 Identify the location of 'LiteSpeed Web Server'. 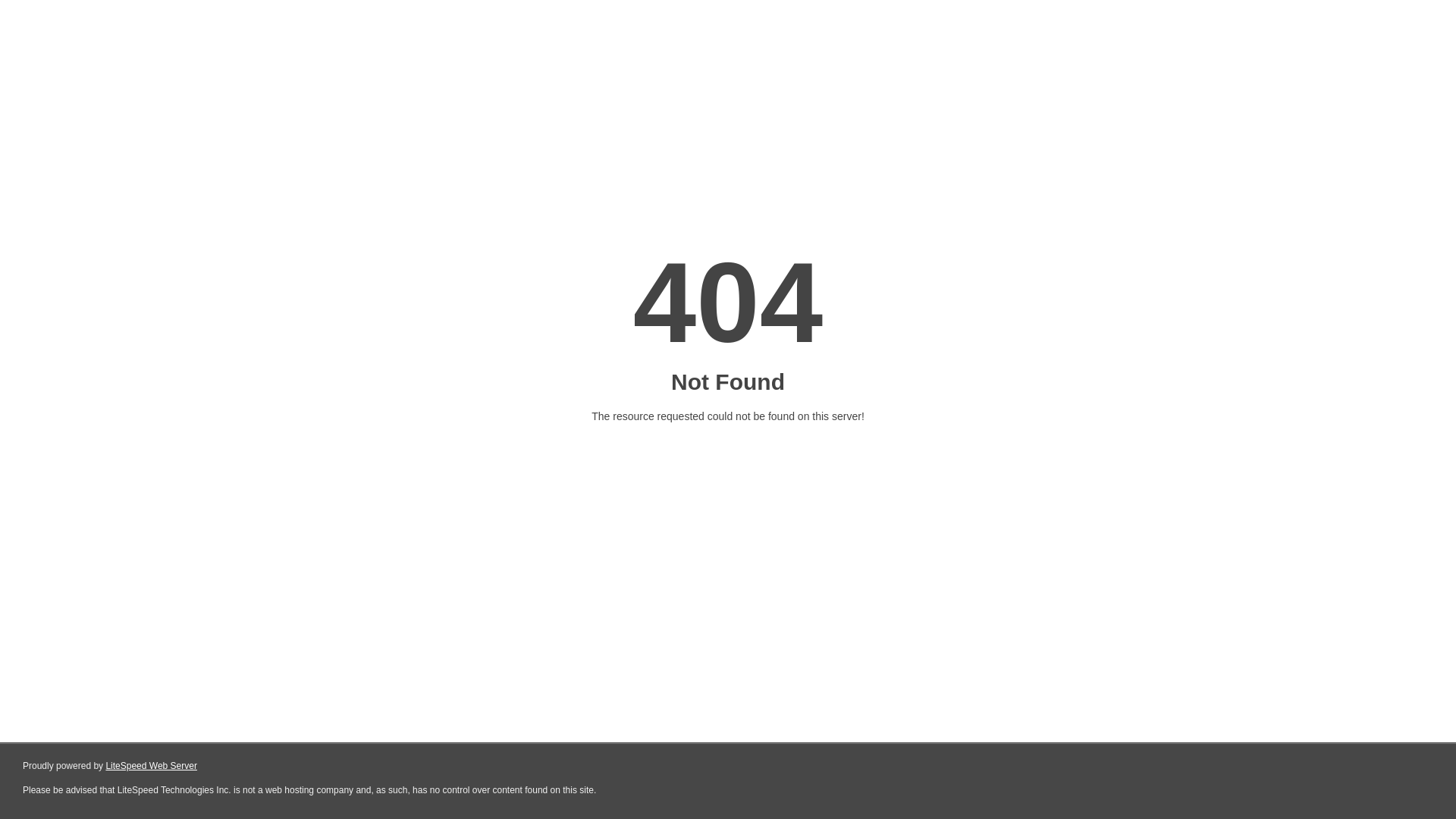
(151, 766).